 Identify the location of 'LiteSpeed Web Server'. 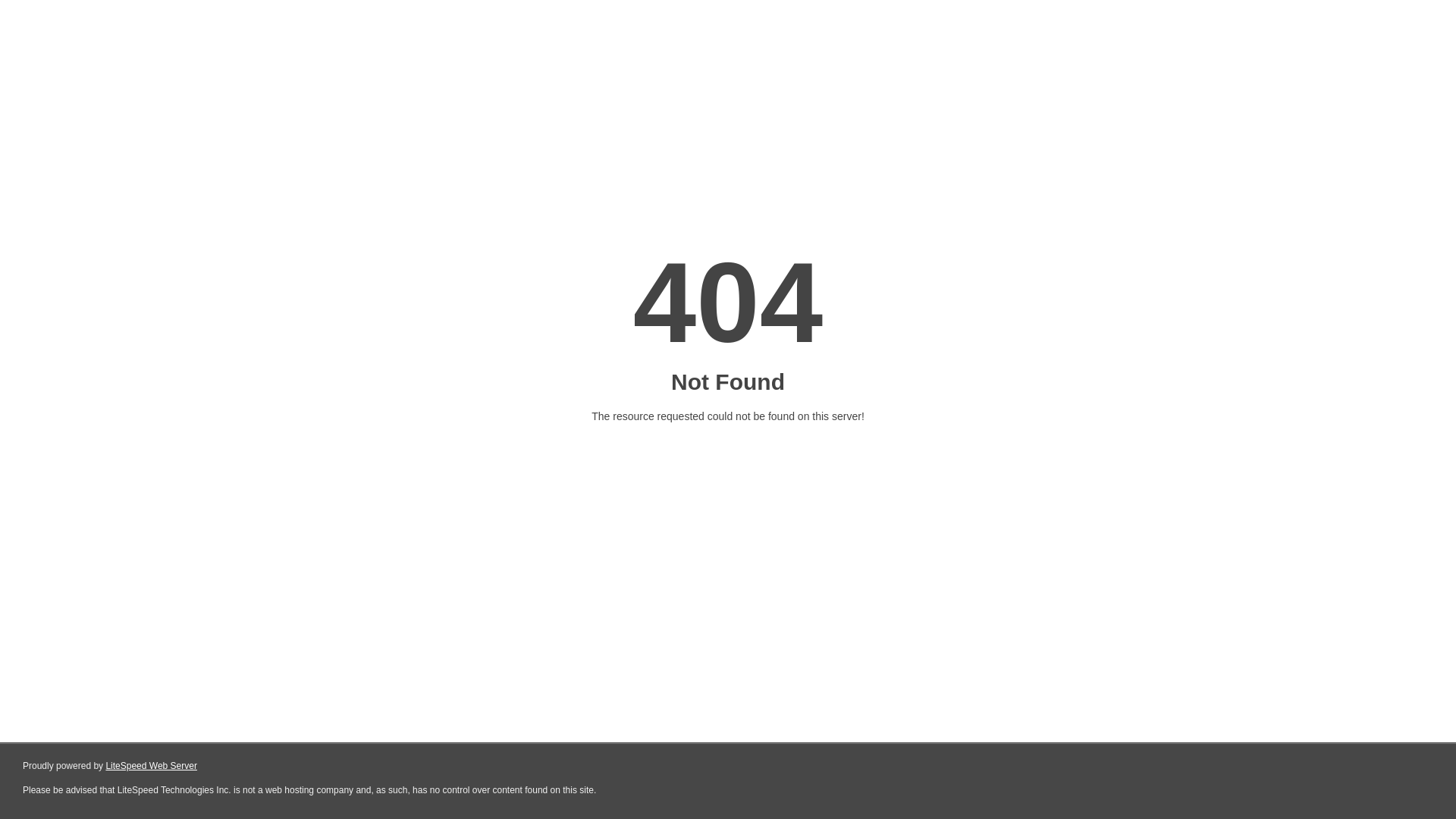
(151, 766).